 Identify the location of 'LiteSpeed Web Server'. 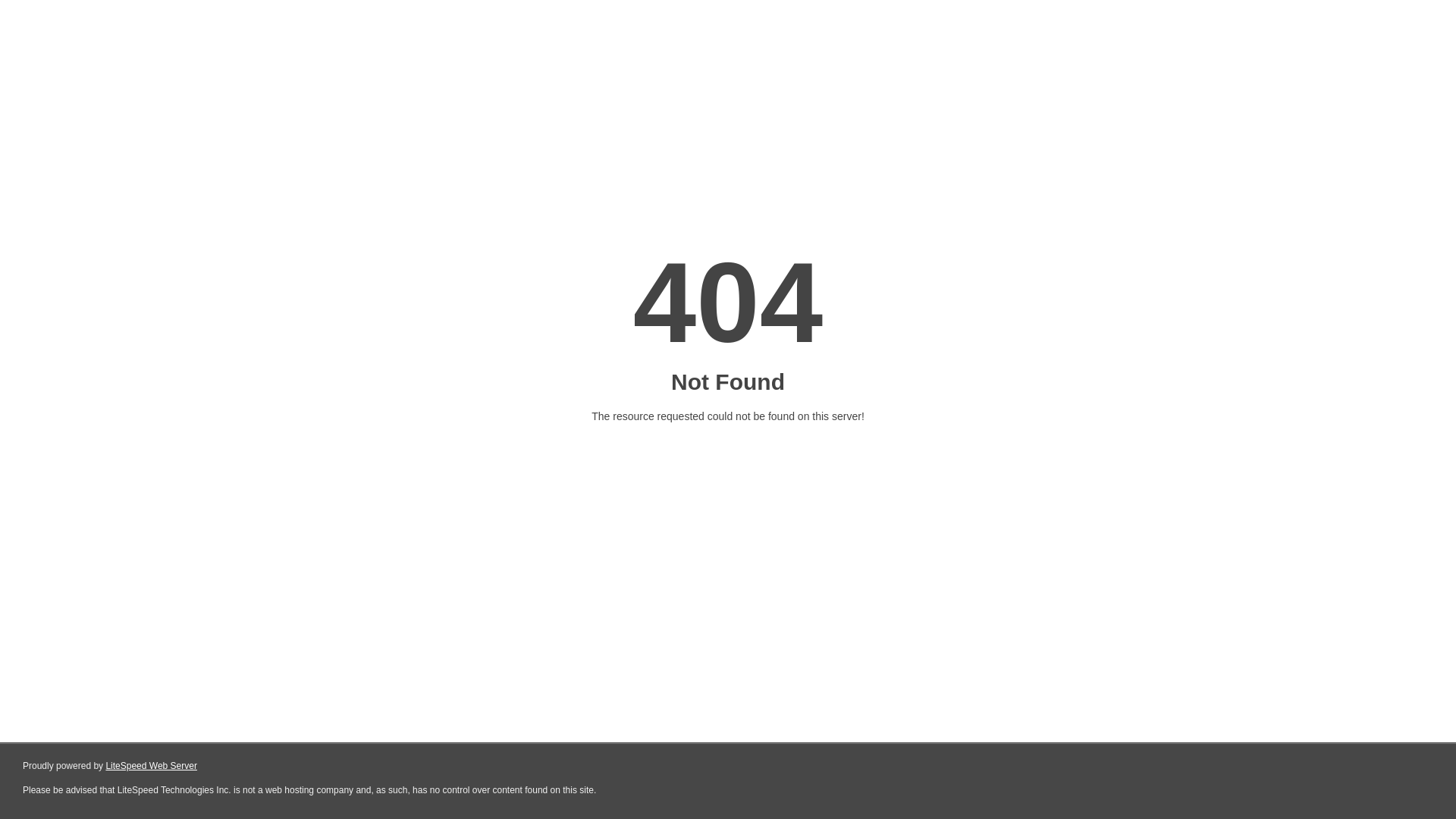
(151, 766).